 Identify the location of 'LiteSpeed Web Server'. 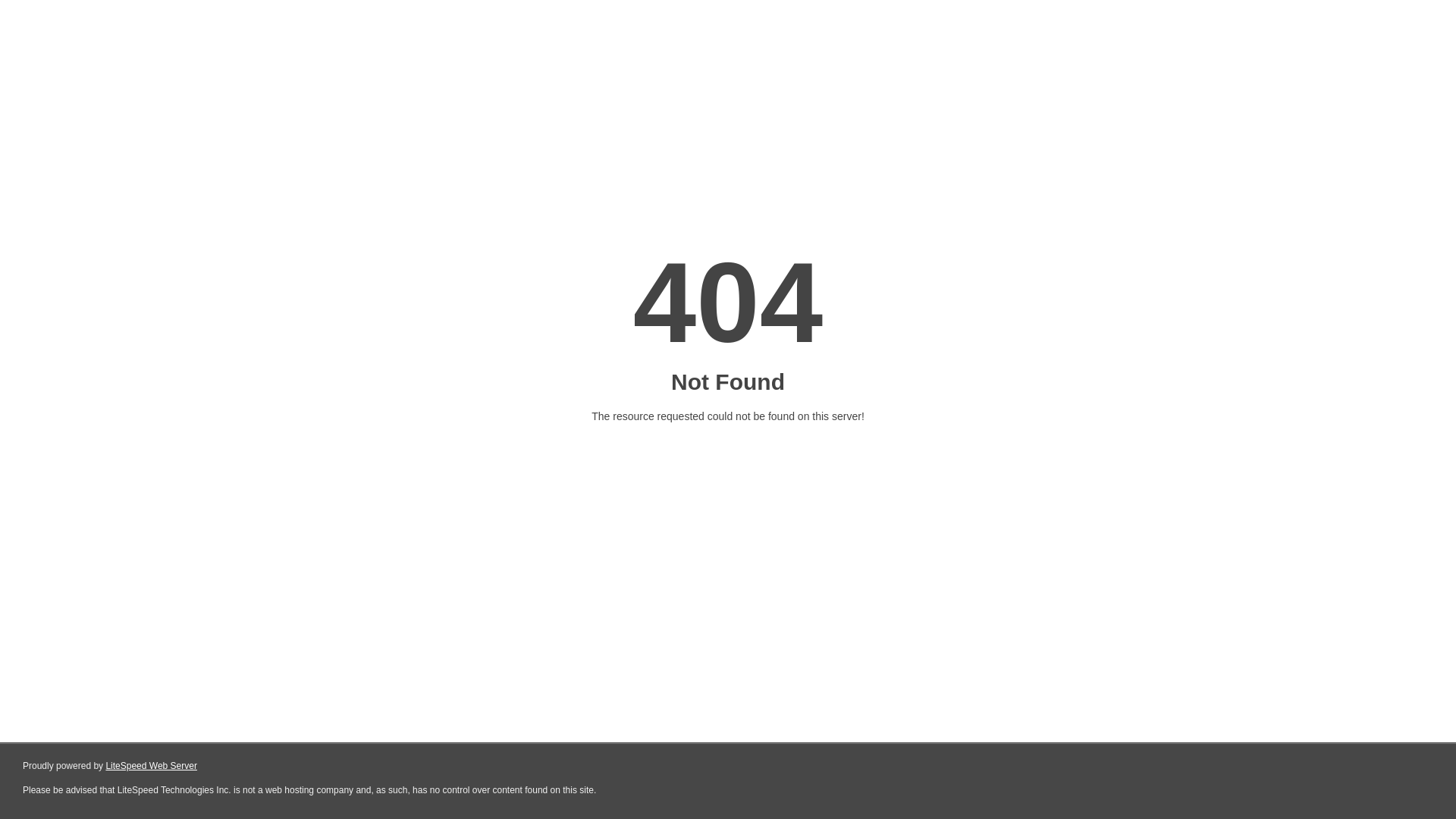
(151, 766).